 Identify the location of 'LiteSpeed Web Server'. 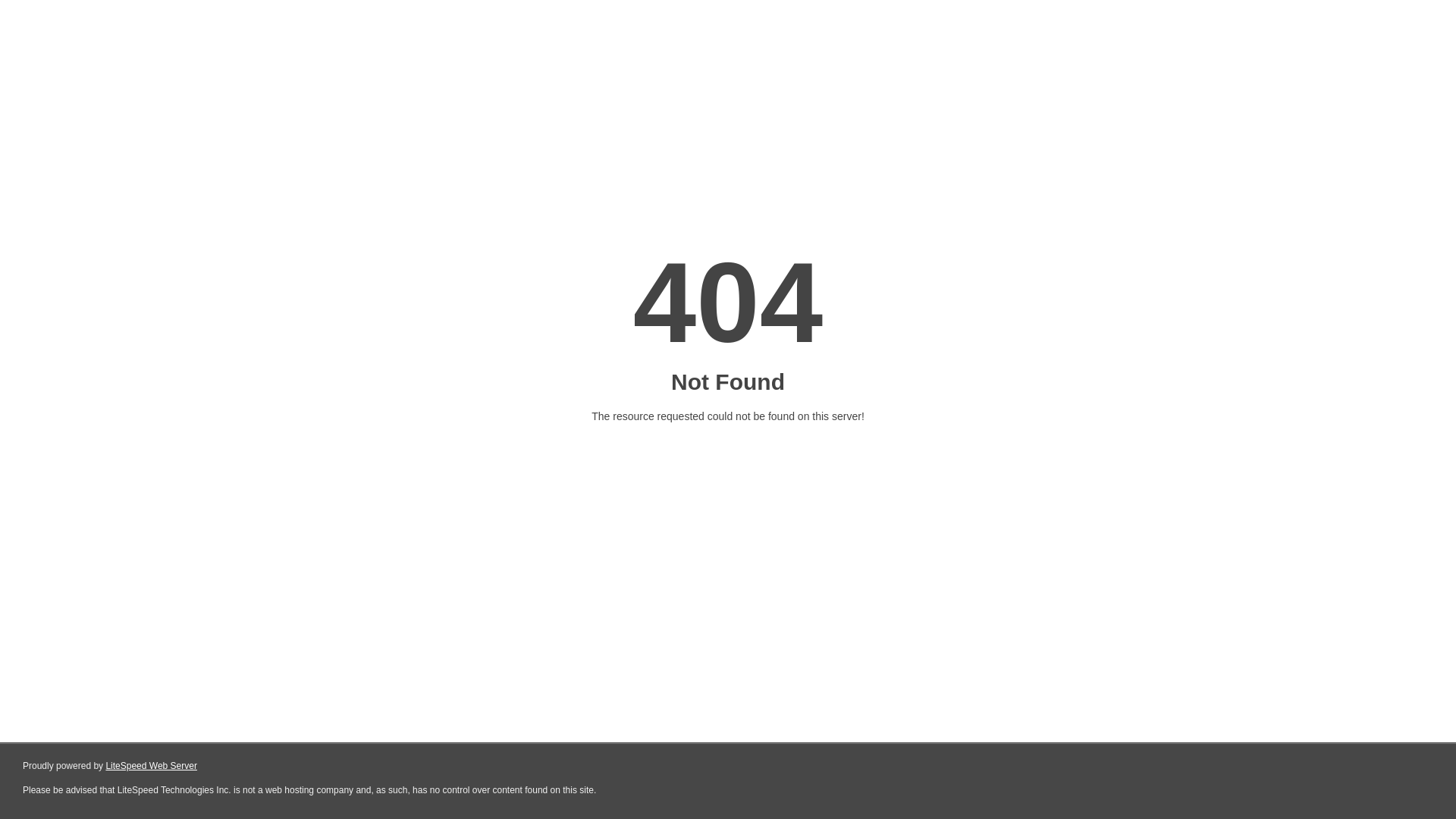
(151, 766).